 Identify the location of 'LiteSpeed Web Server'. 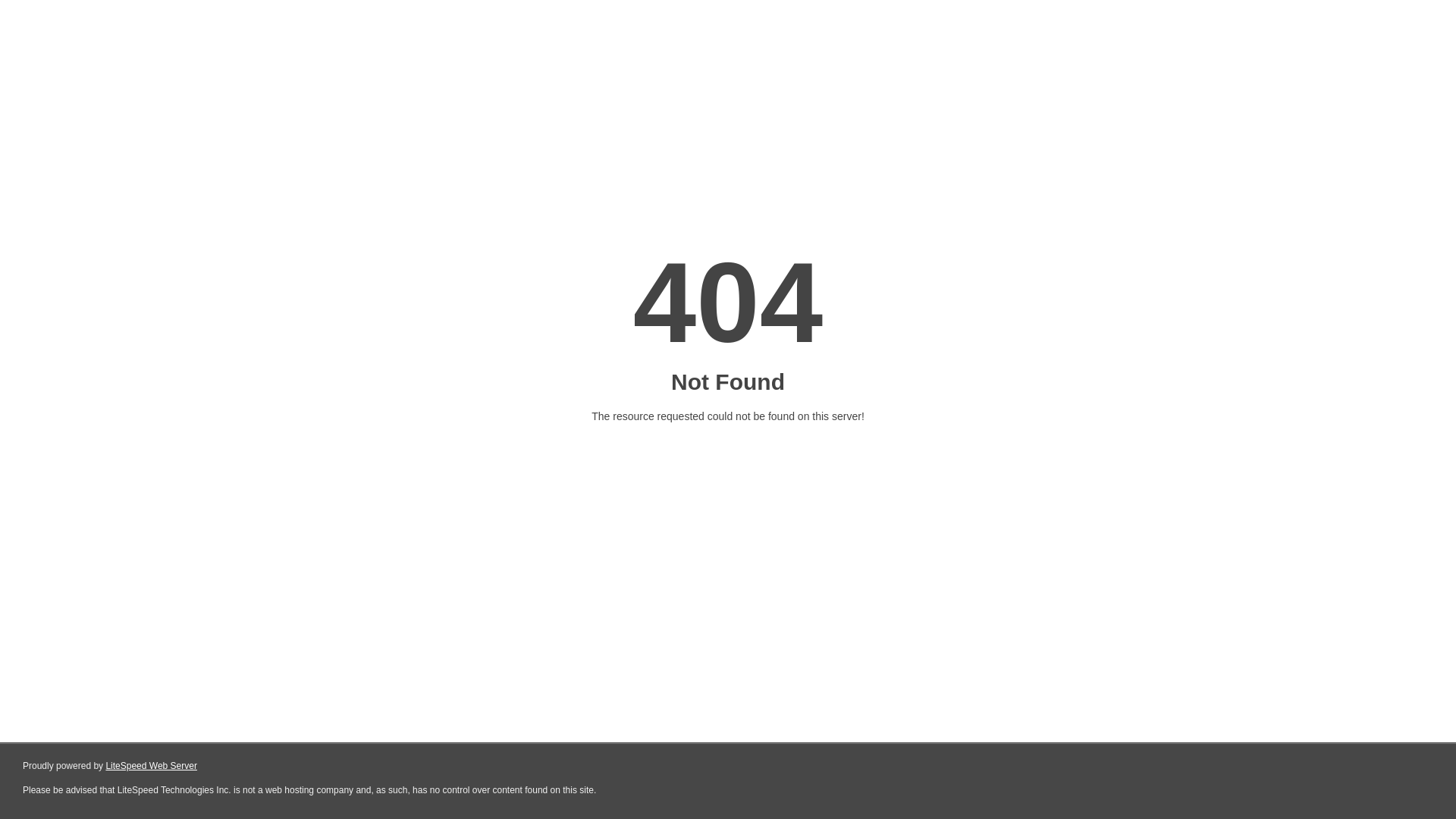
(151, 766).